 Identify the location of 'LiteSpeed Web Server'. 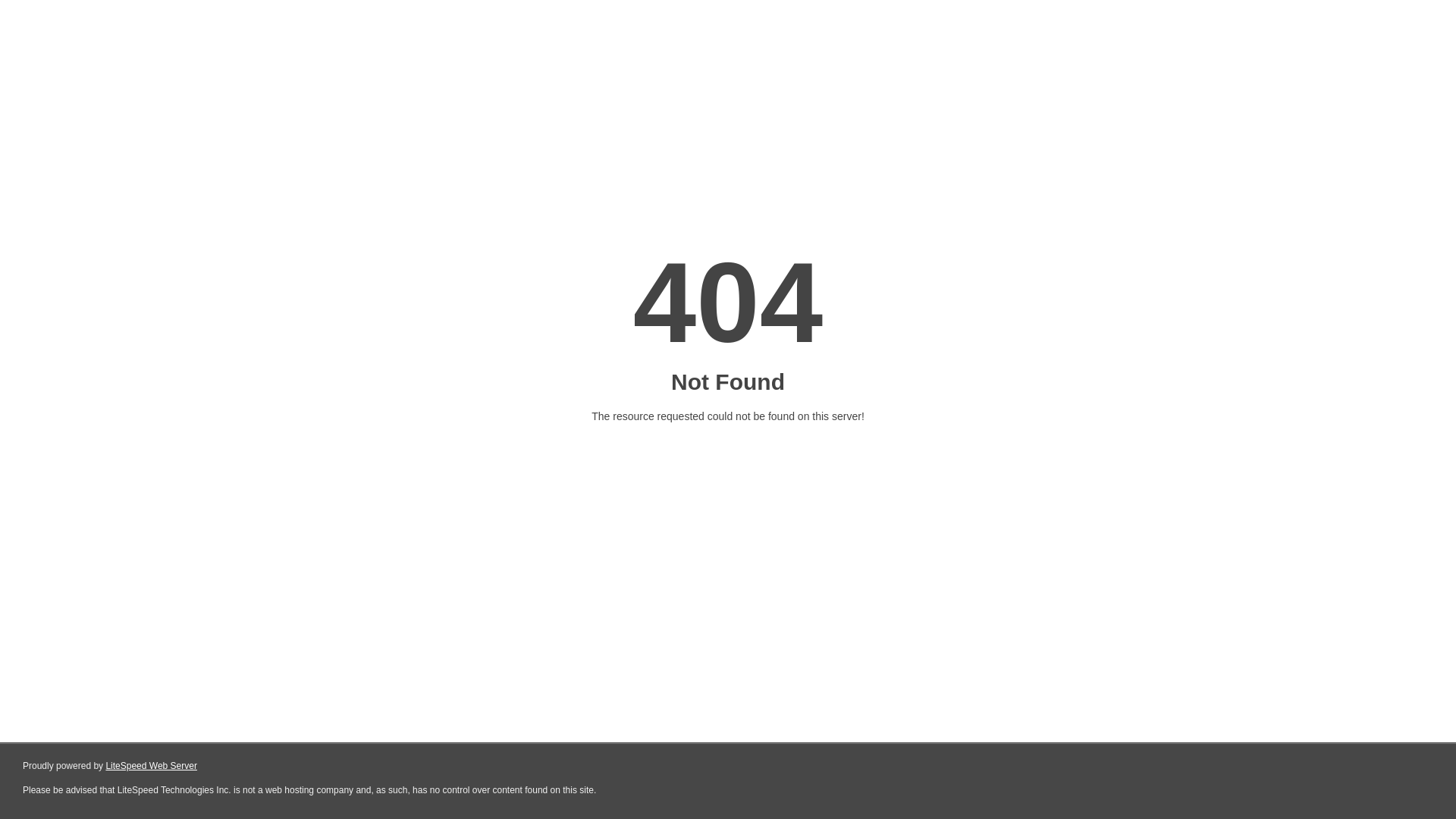
(151, 766).